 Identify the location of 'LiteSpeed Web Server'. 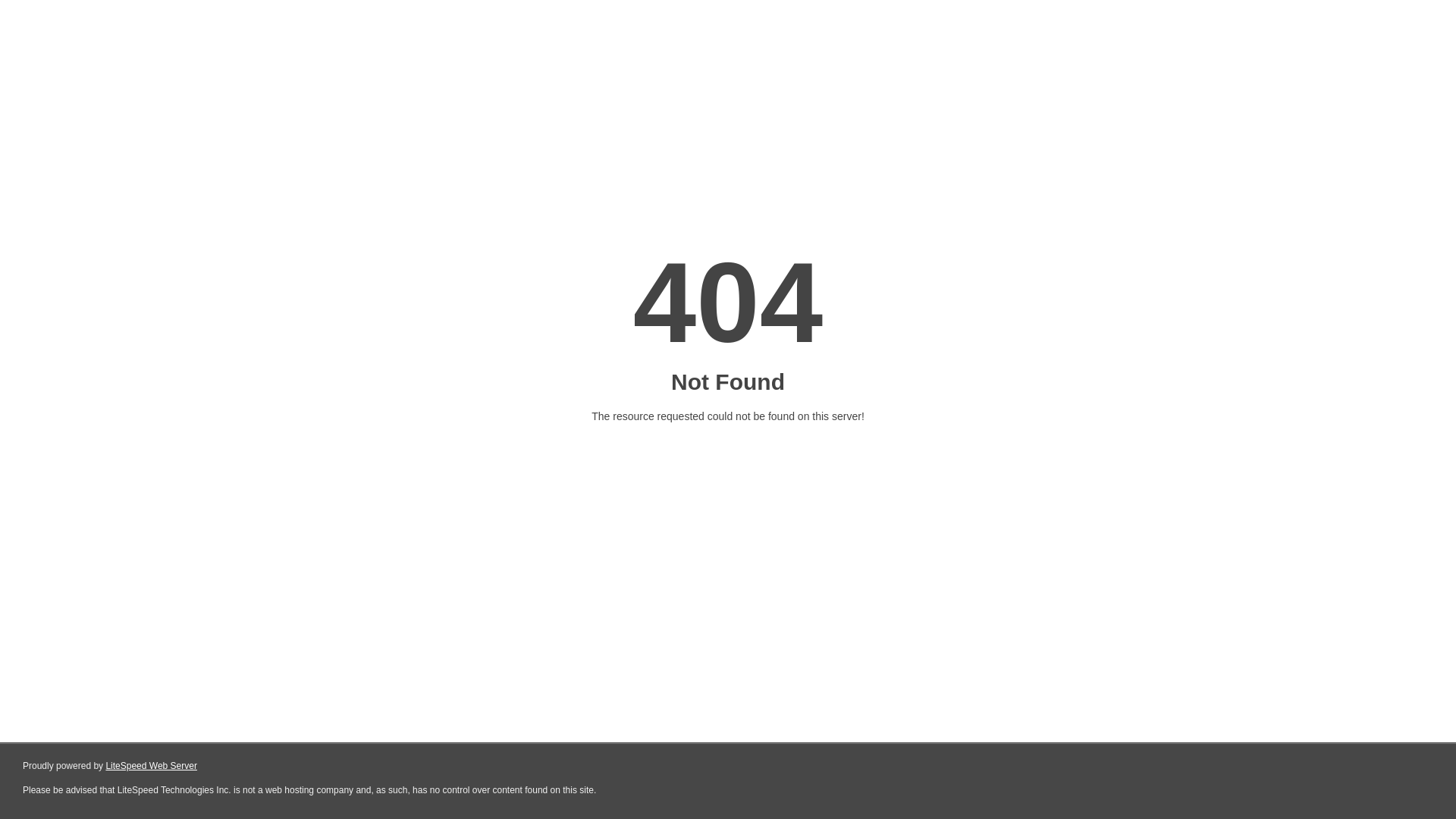
(151, 766).